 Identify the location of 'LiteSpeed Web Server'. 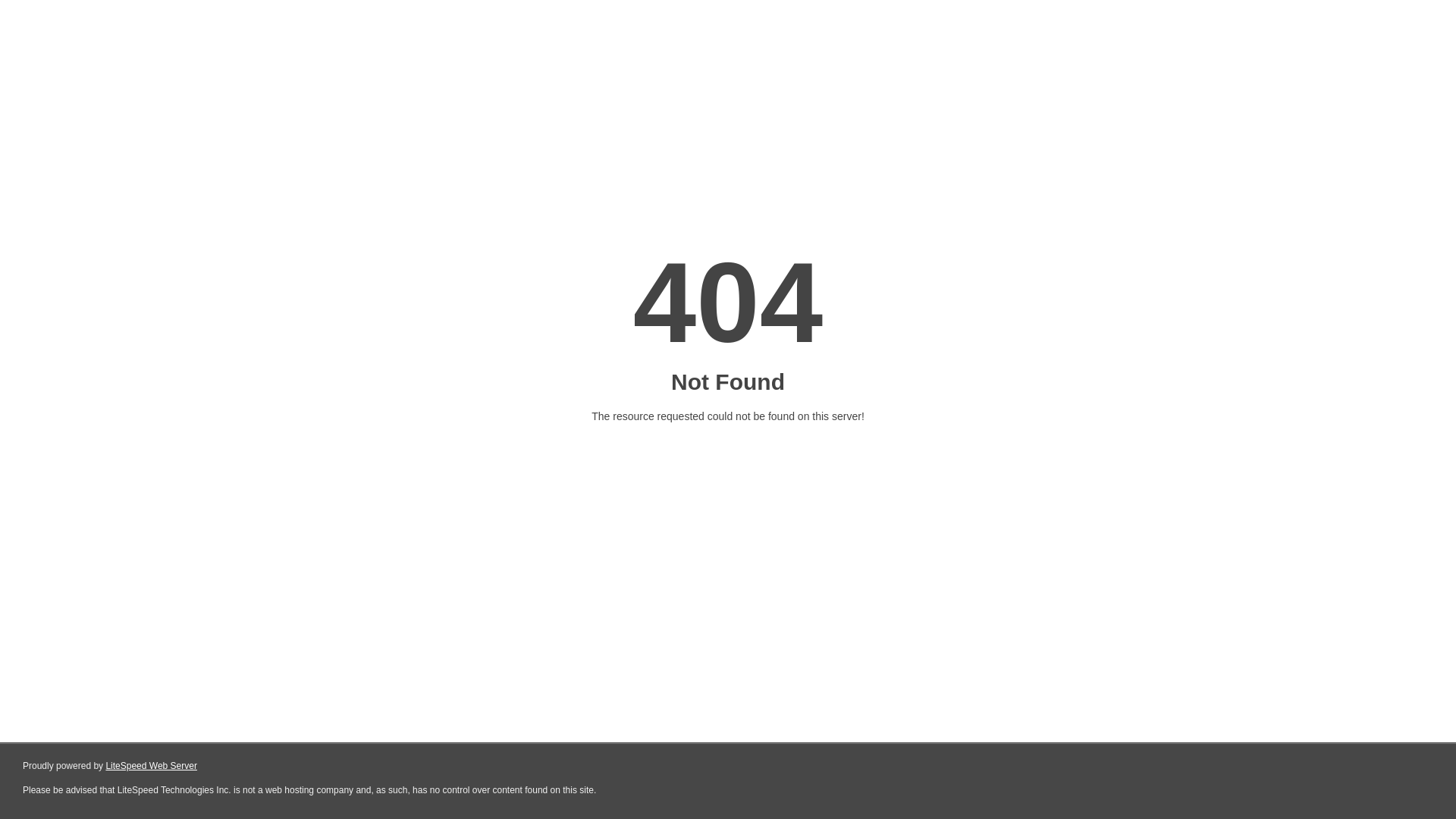
(151, 766).